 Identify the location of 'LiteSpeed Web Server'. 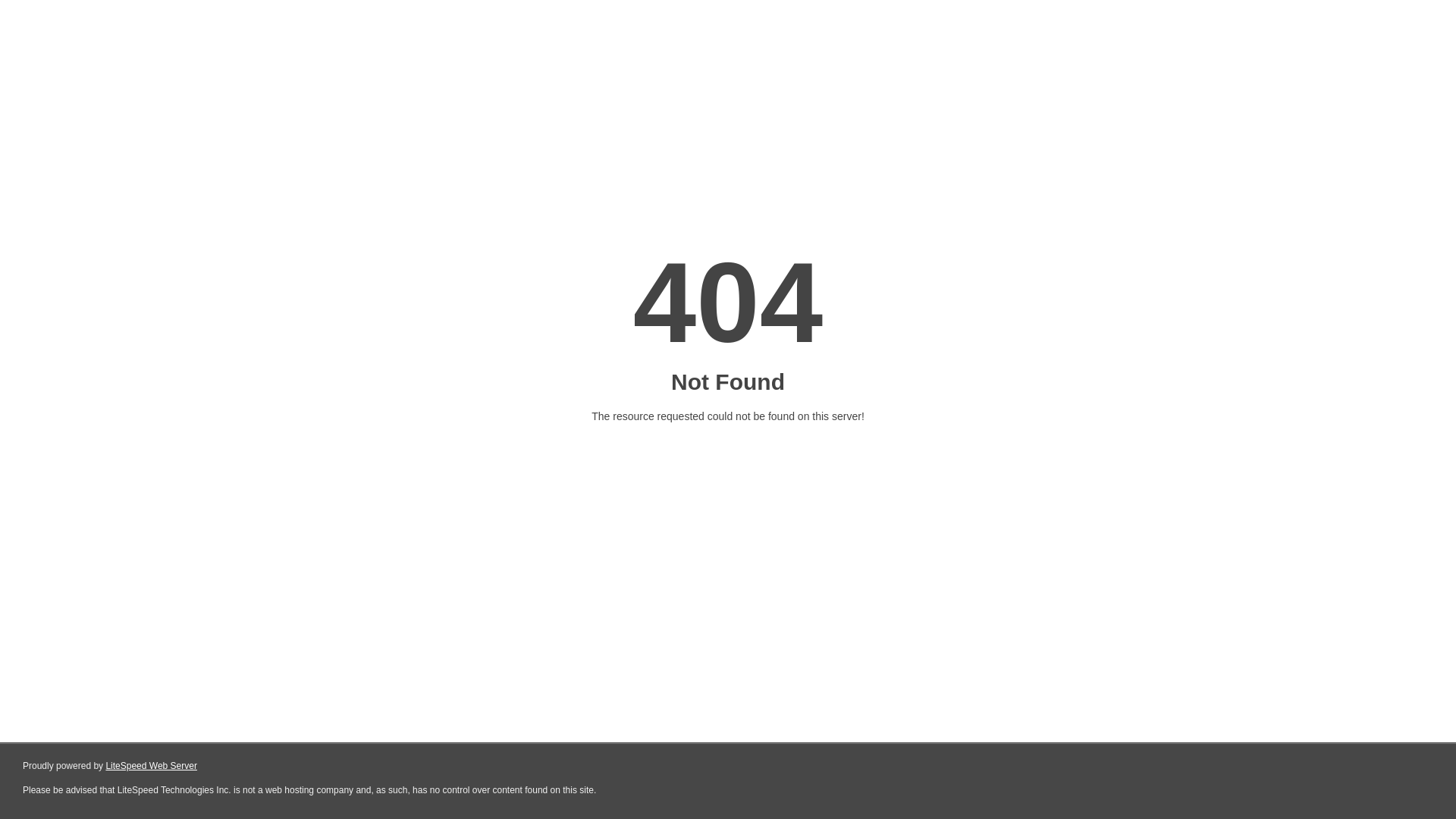
(151, 766).